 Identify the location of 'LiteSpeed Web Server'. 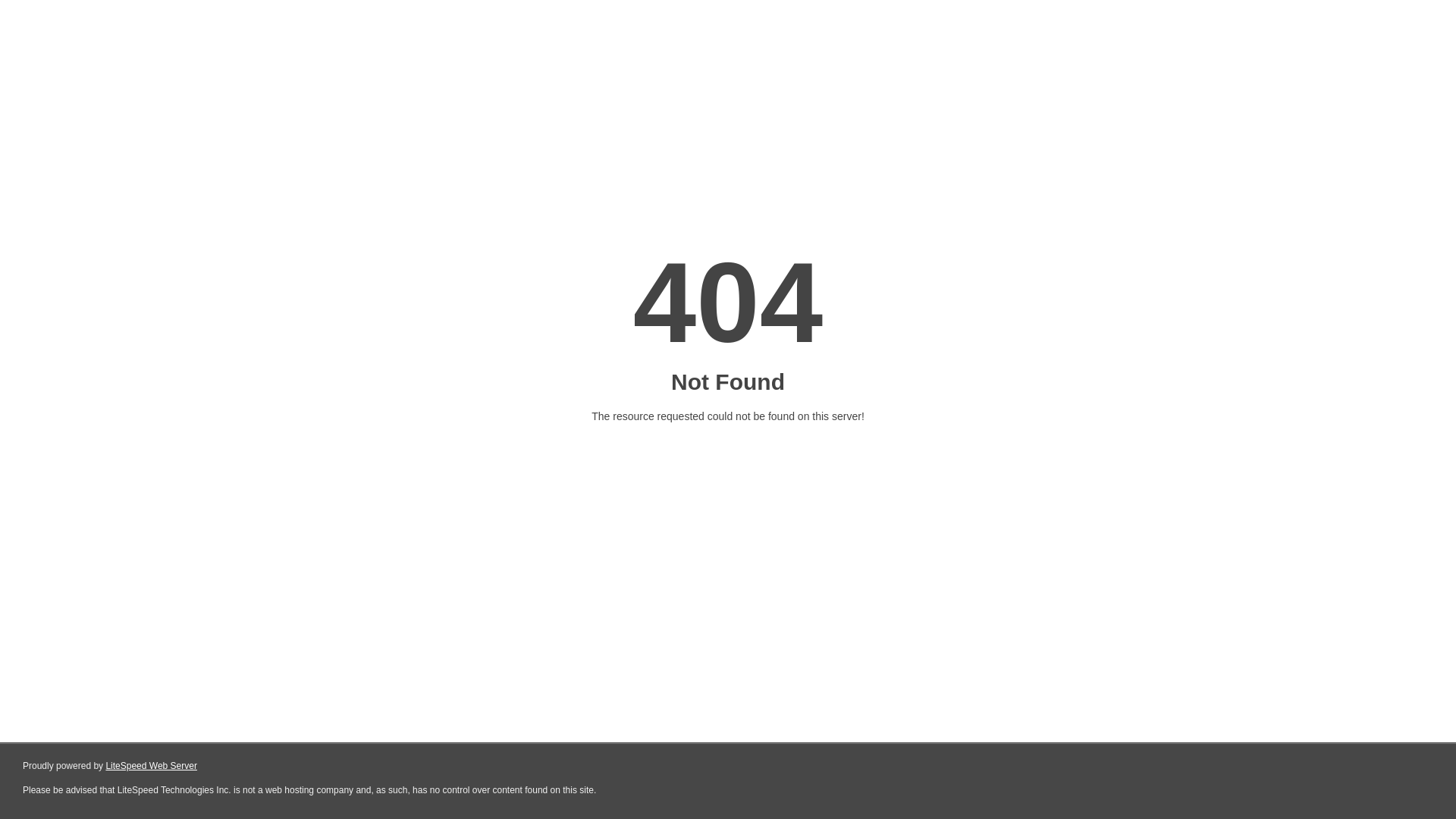
(151, 766).